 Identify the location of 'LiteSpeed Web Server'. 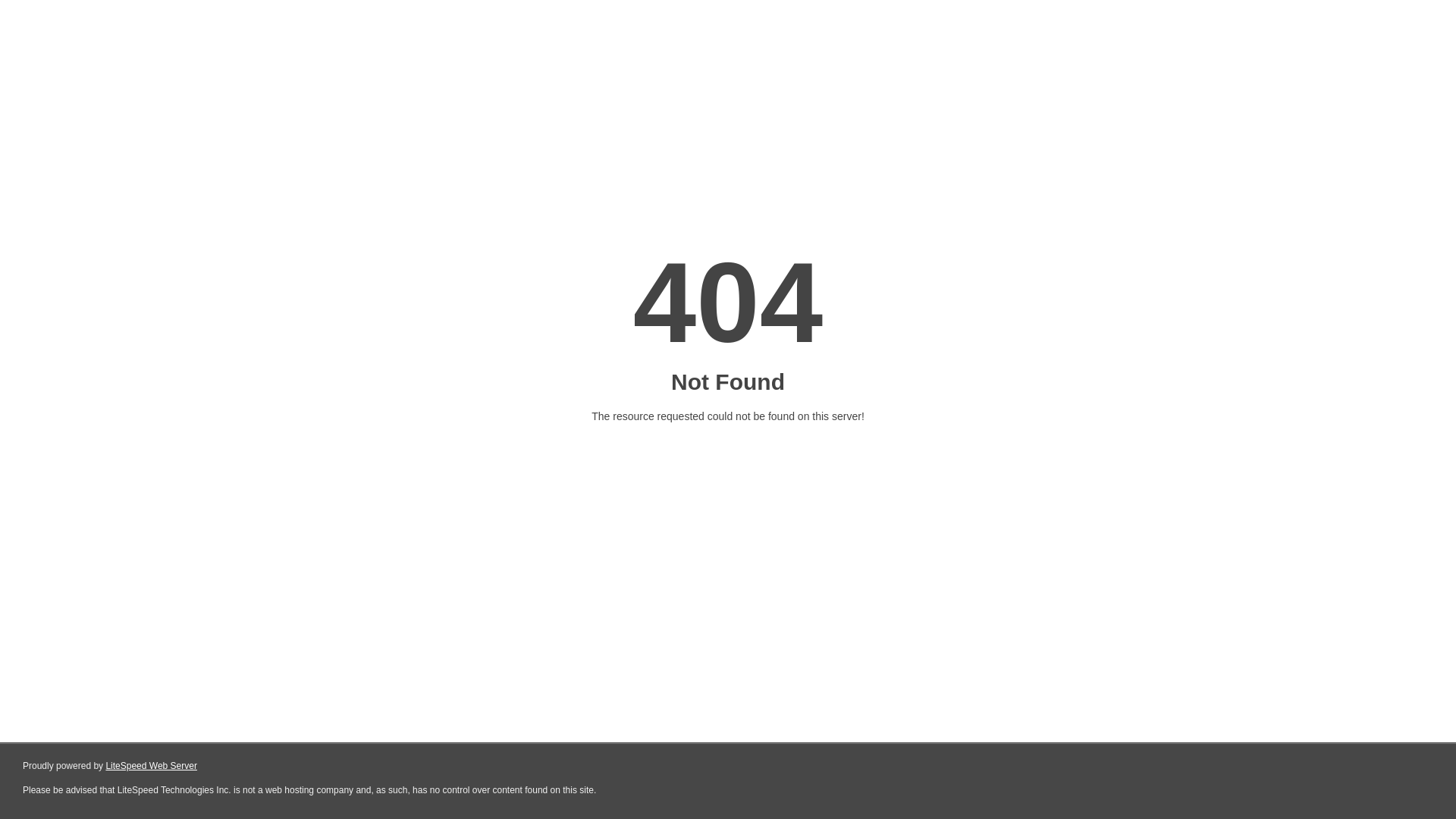
(151, 766).